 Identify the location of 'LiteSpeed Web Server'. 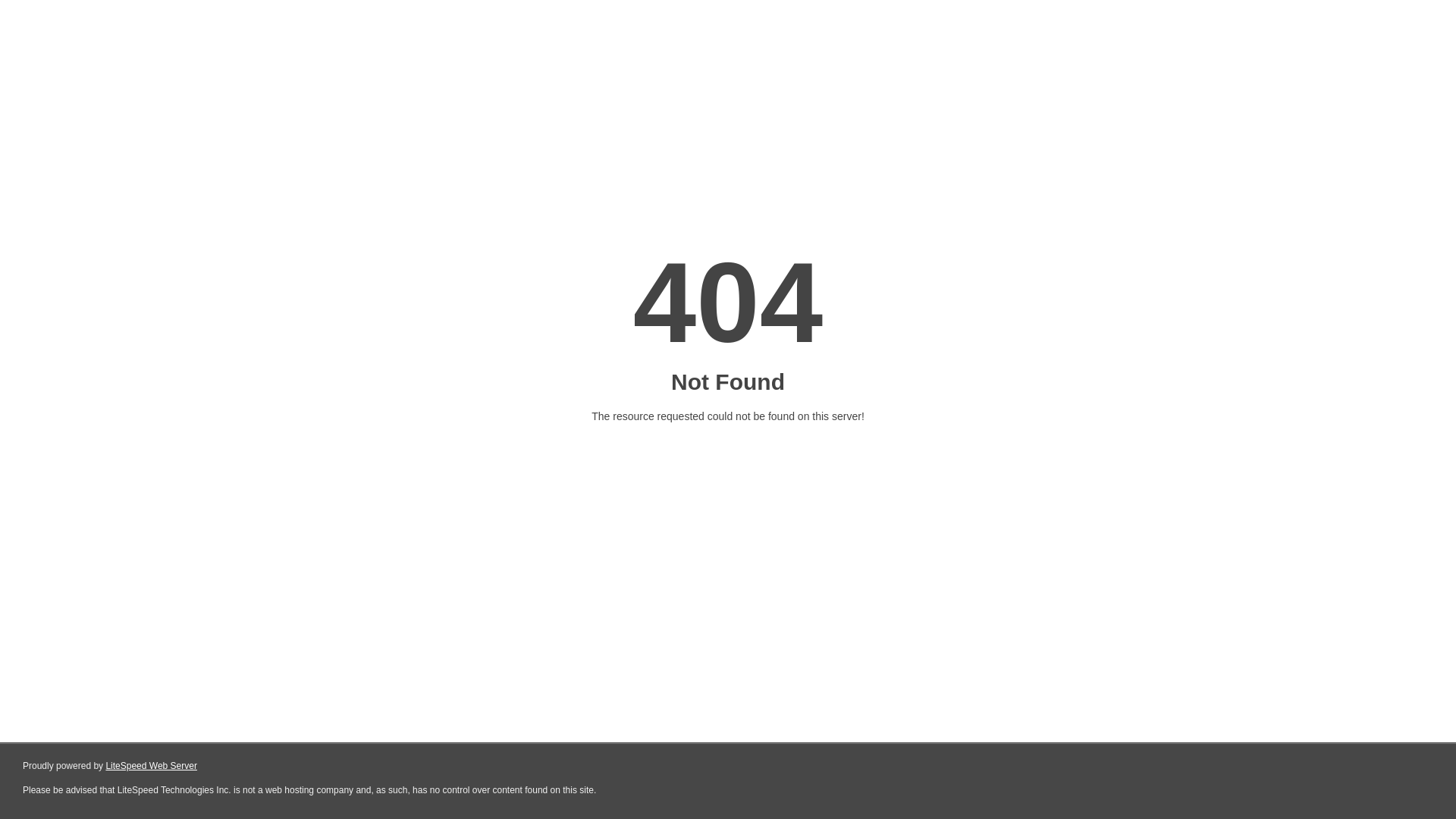
(151, 766).